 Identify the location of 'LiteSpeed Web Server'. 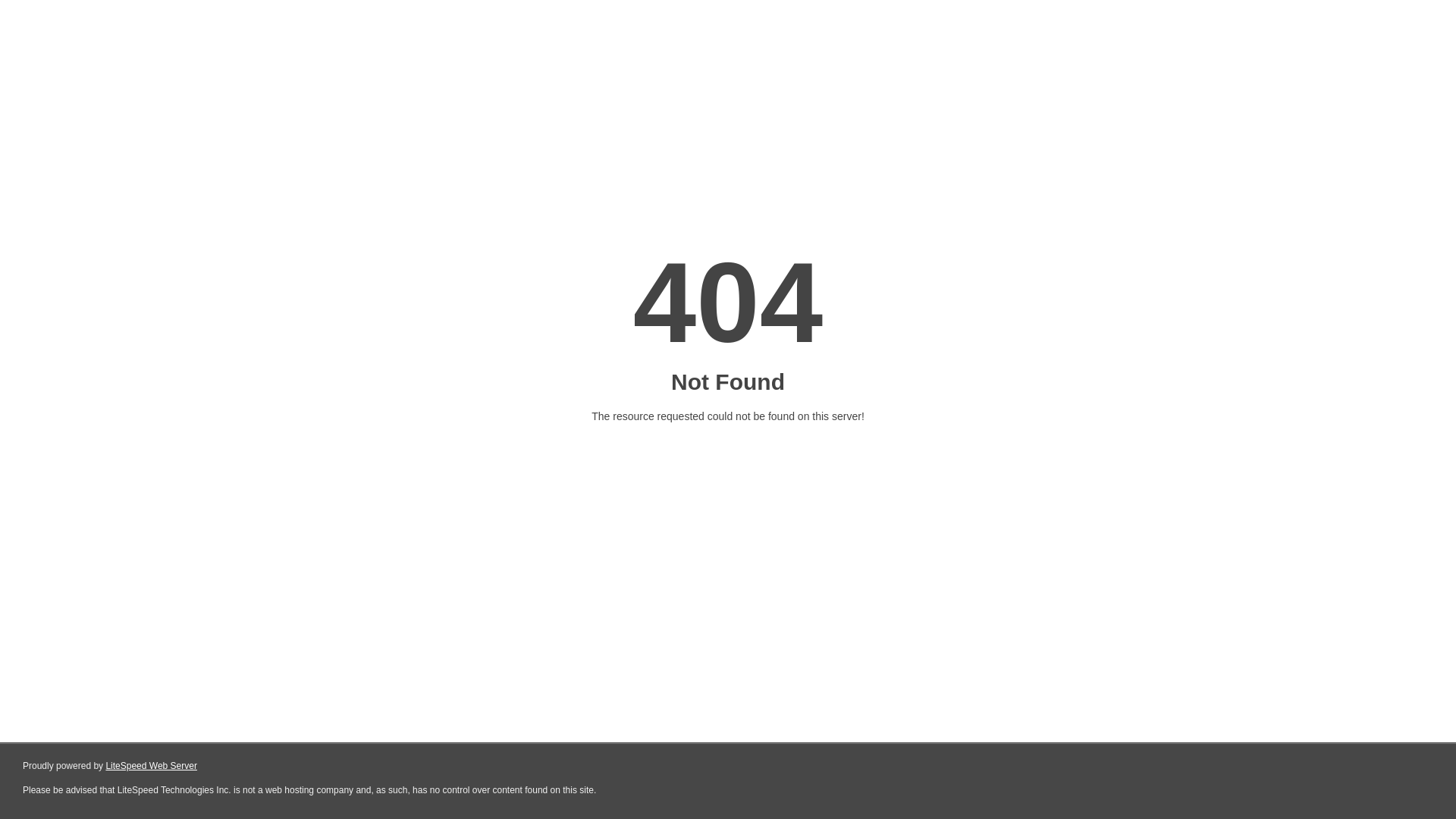
(151, 766).